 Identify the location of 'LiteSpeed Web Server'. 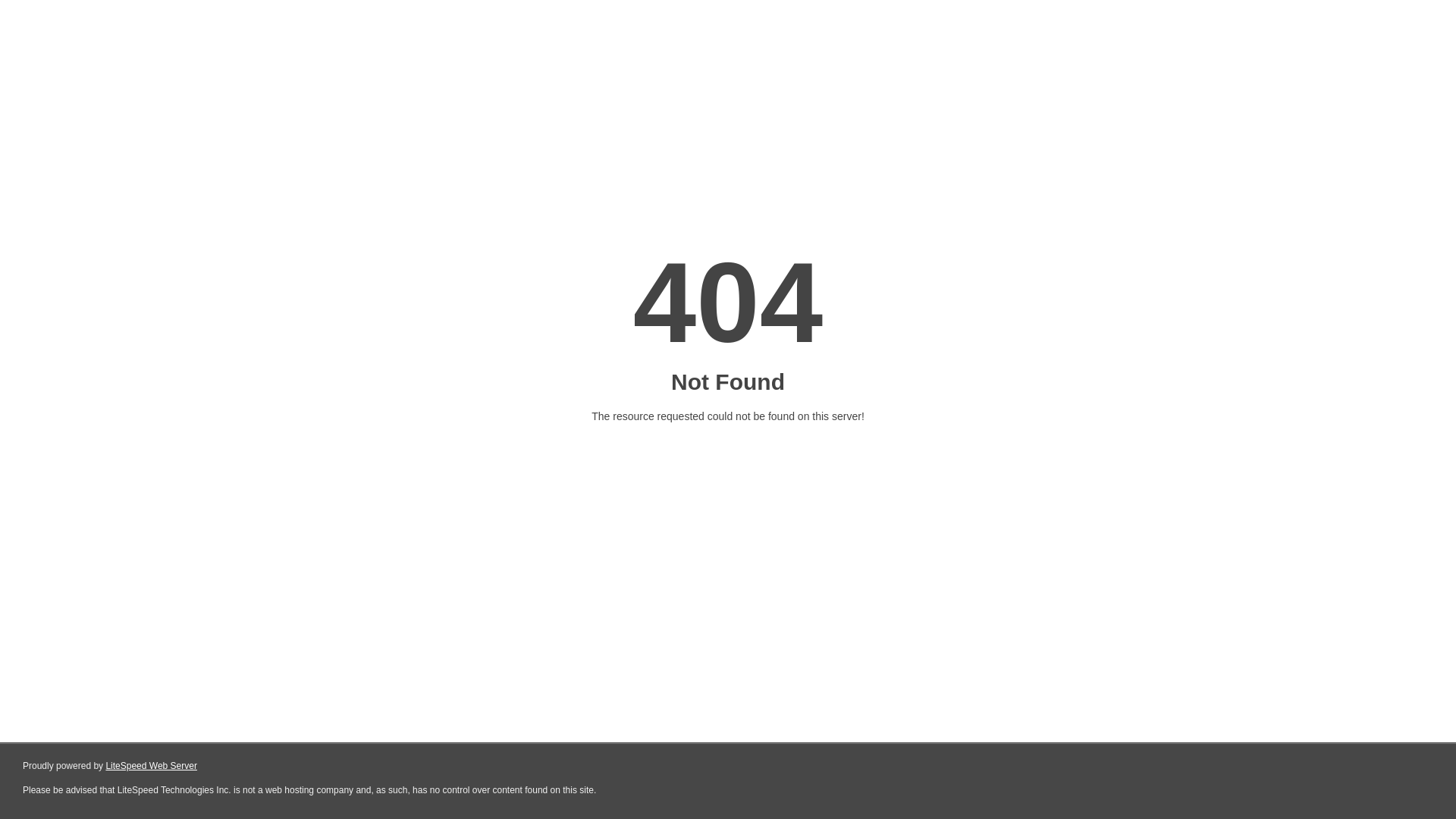
(151, 766).